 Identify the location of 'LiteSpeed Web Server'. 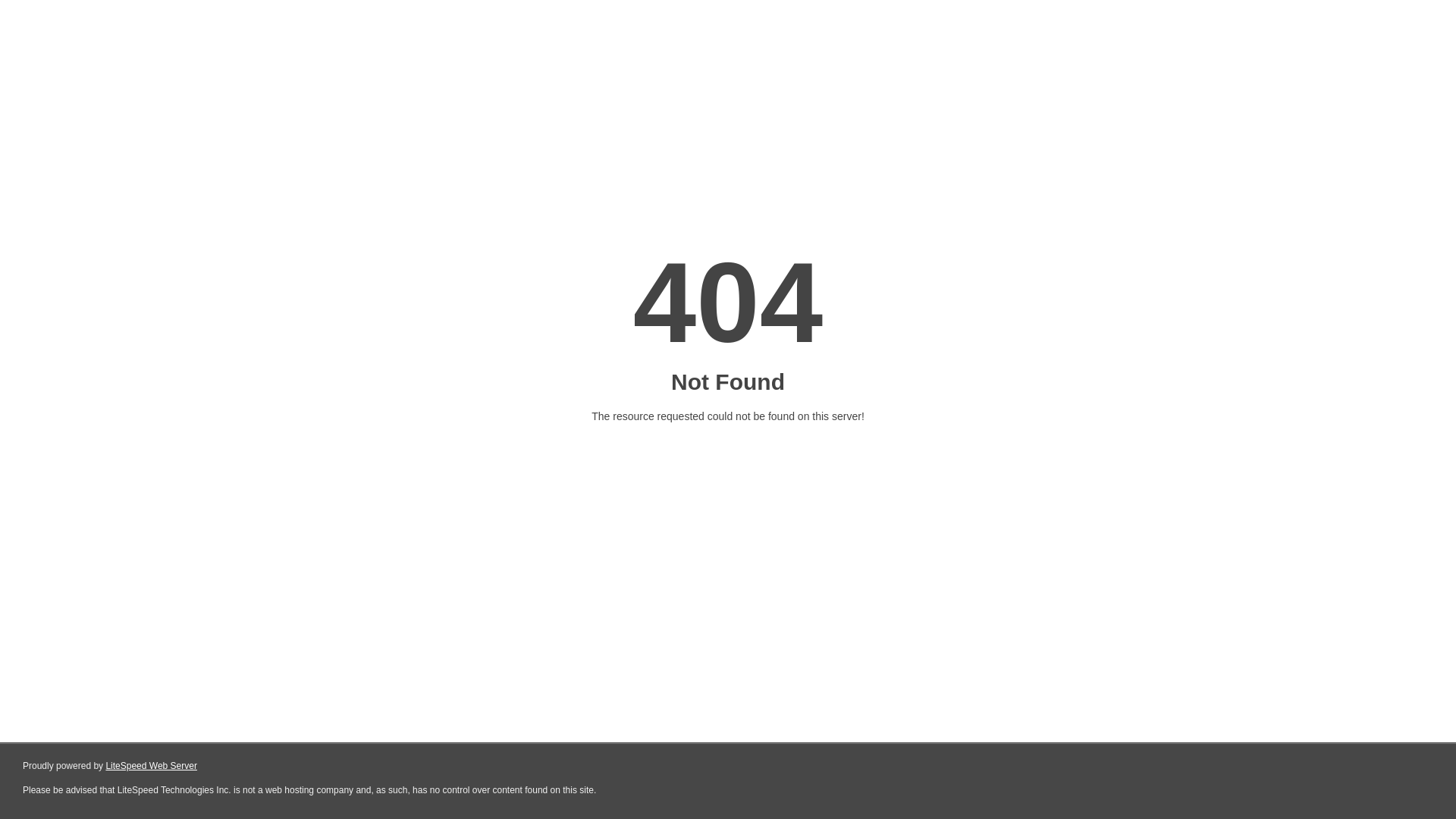
(151, 766).